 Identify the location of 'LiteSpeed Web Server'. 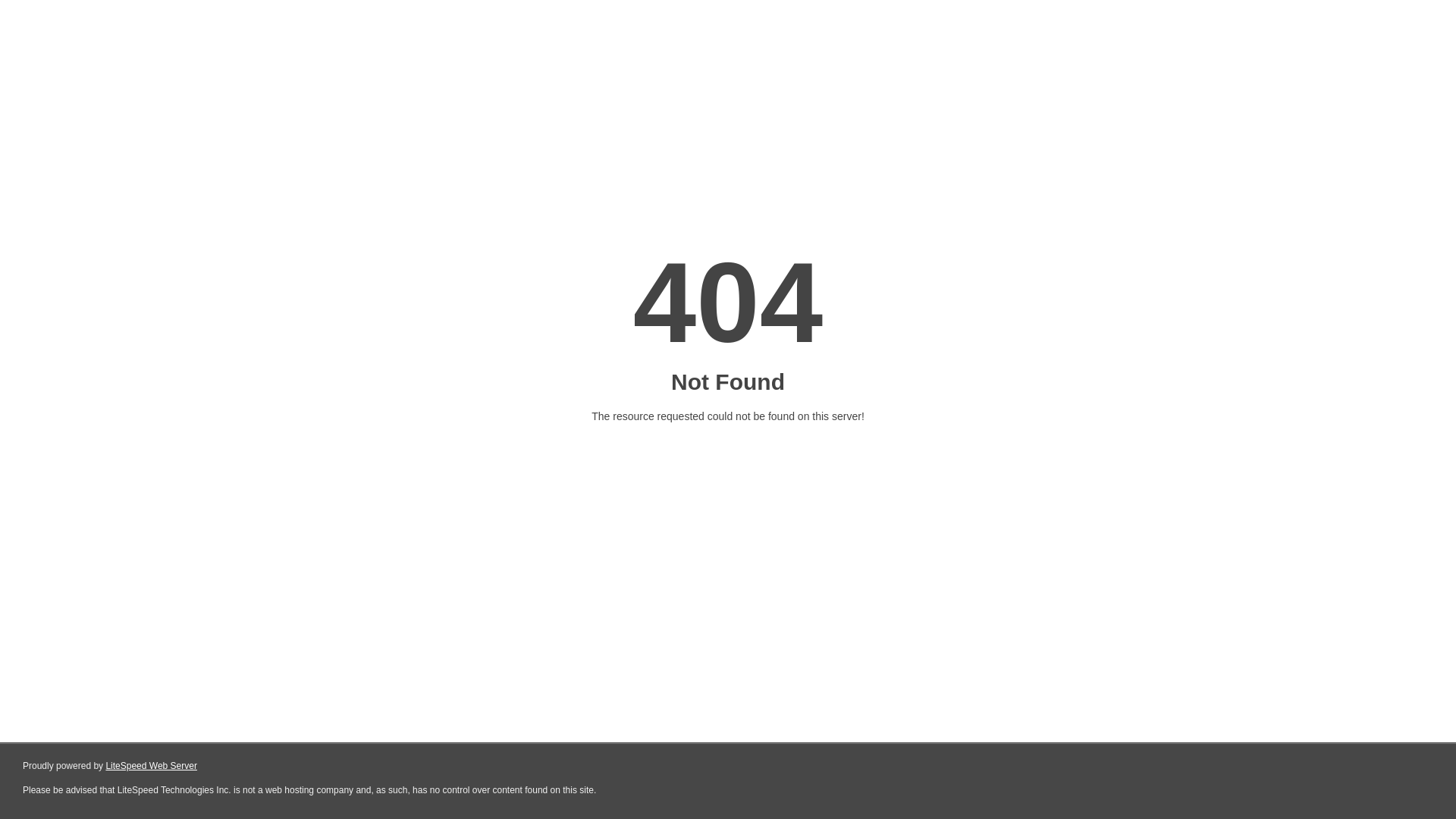
(151, 766).